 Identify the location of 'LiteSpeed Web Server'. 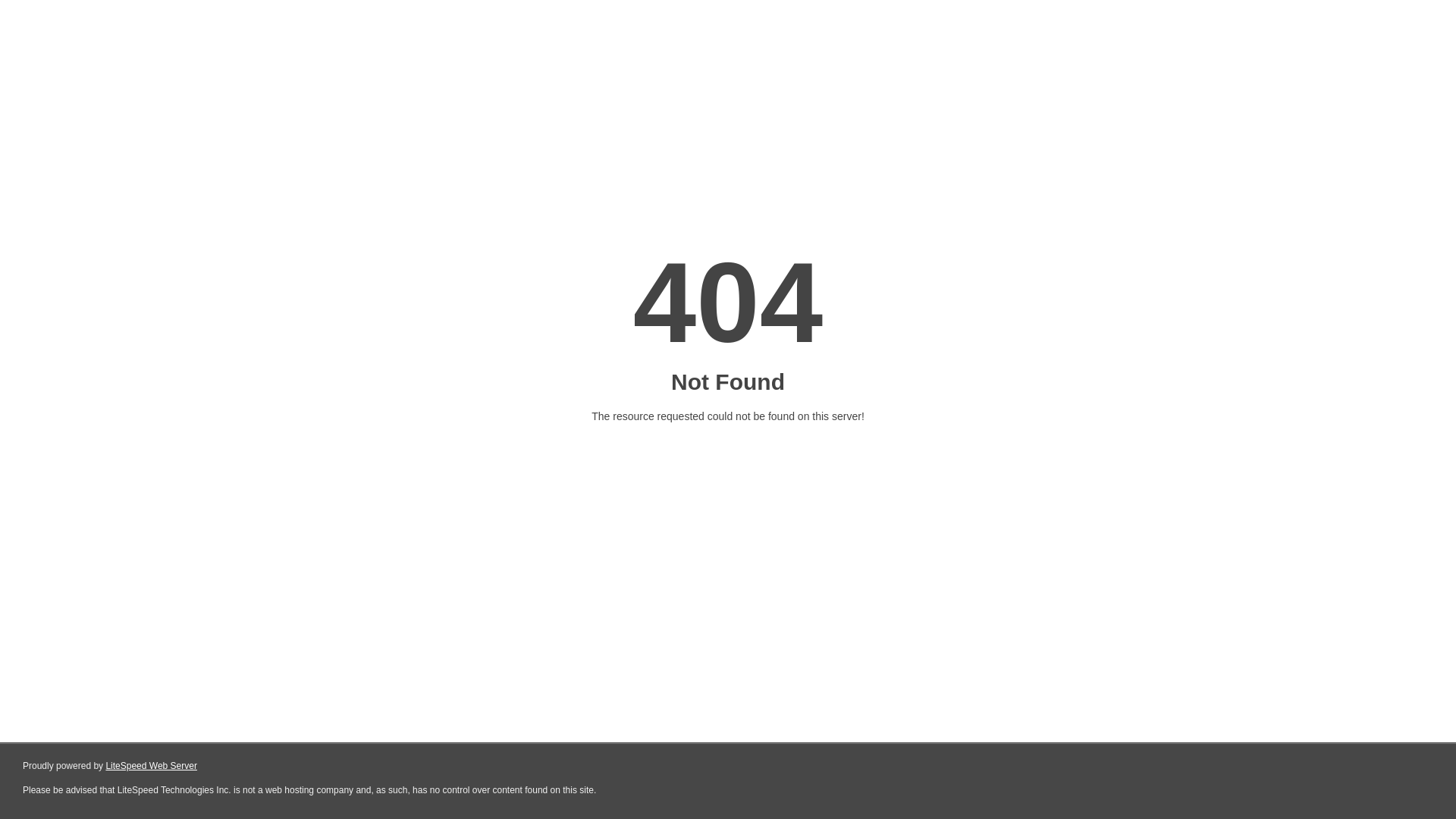
(151, 766).